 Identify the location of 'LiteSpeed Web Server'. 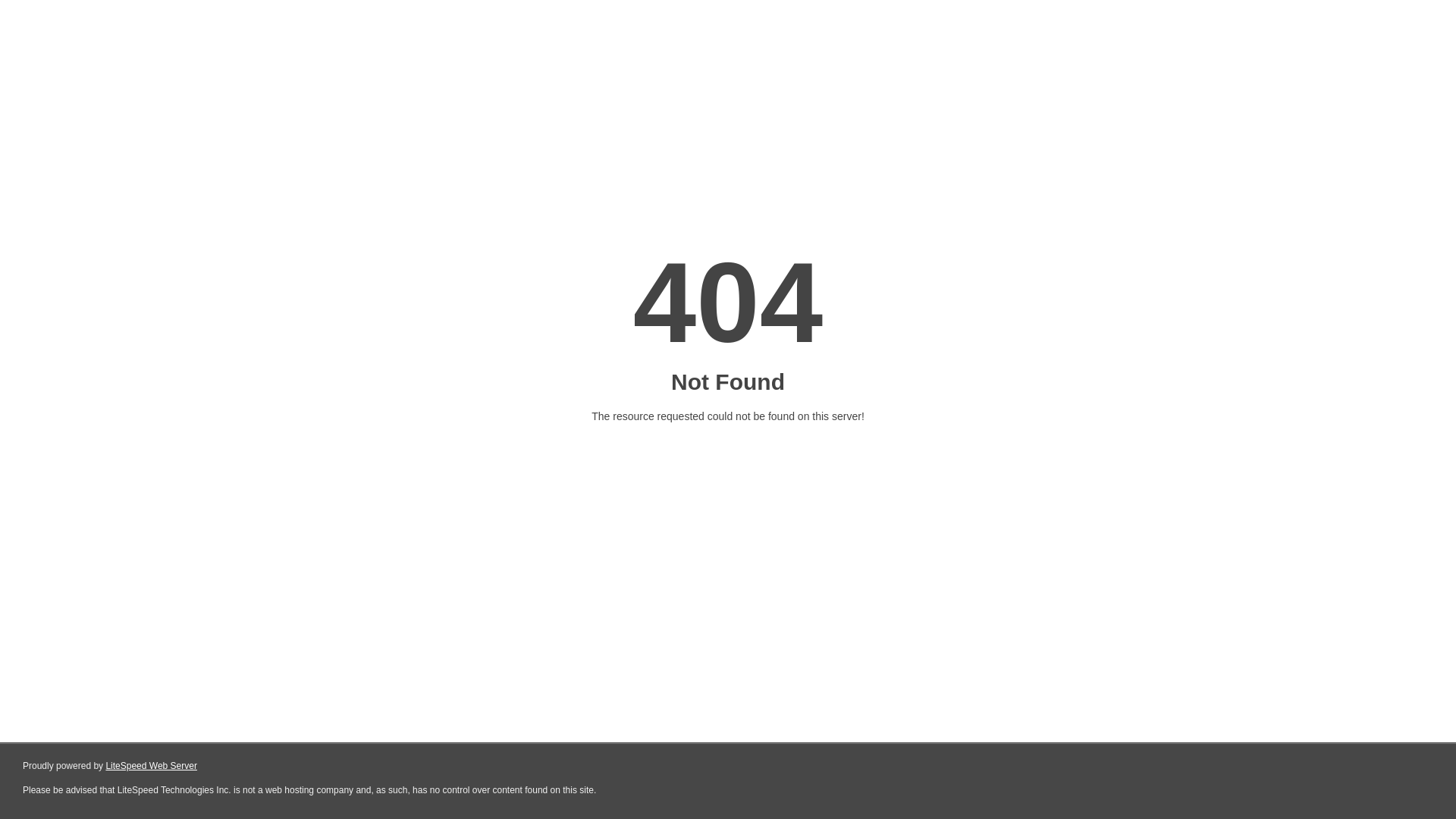
(151, 766).